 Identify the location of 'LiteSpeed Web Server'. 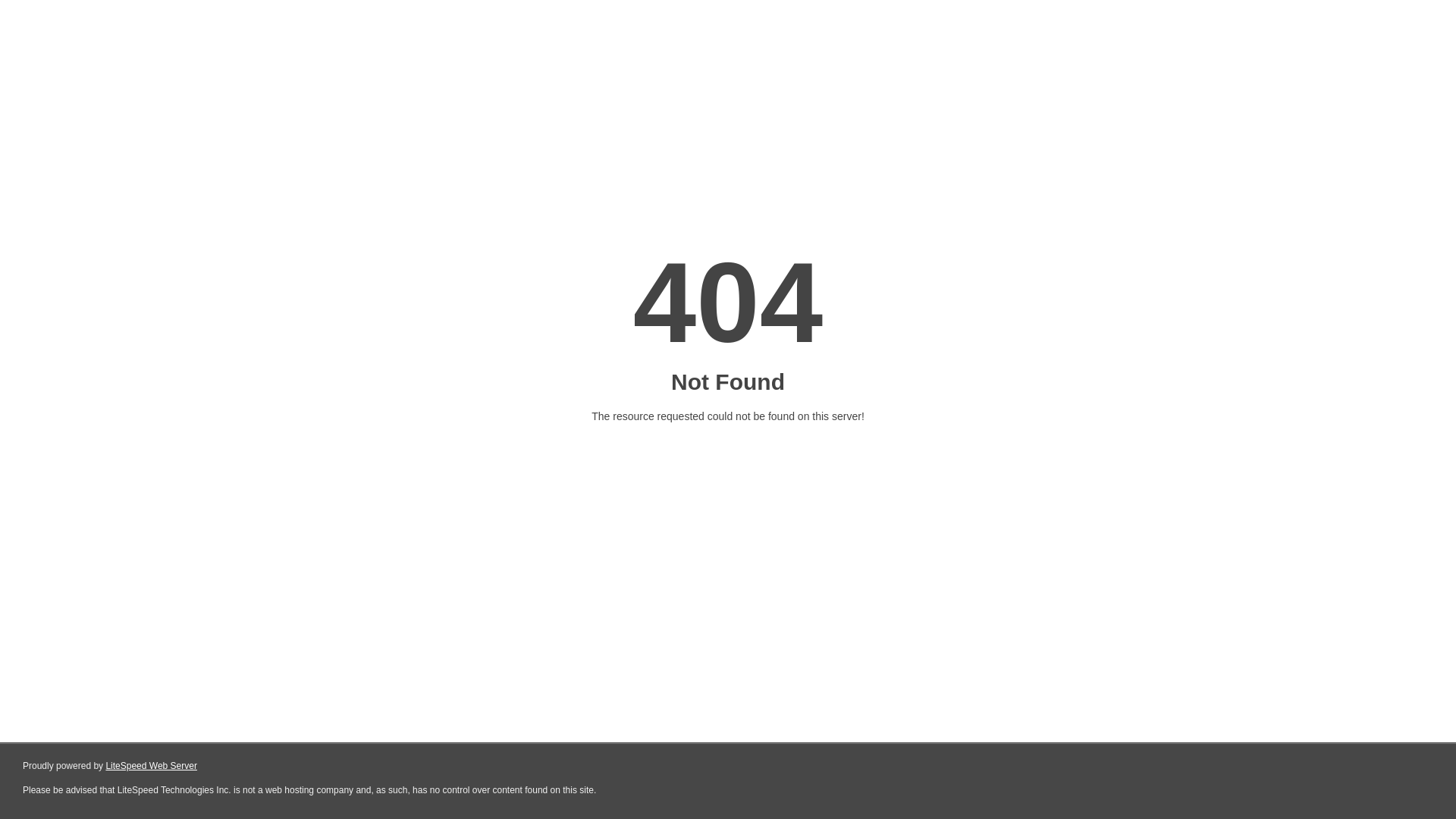
(151, 766).